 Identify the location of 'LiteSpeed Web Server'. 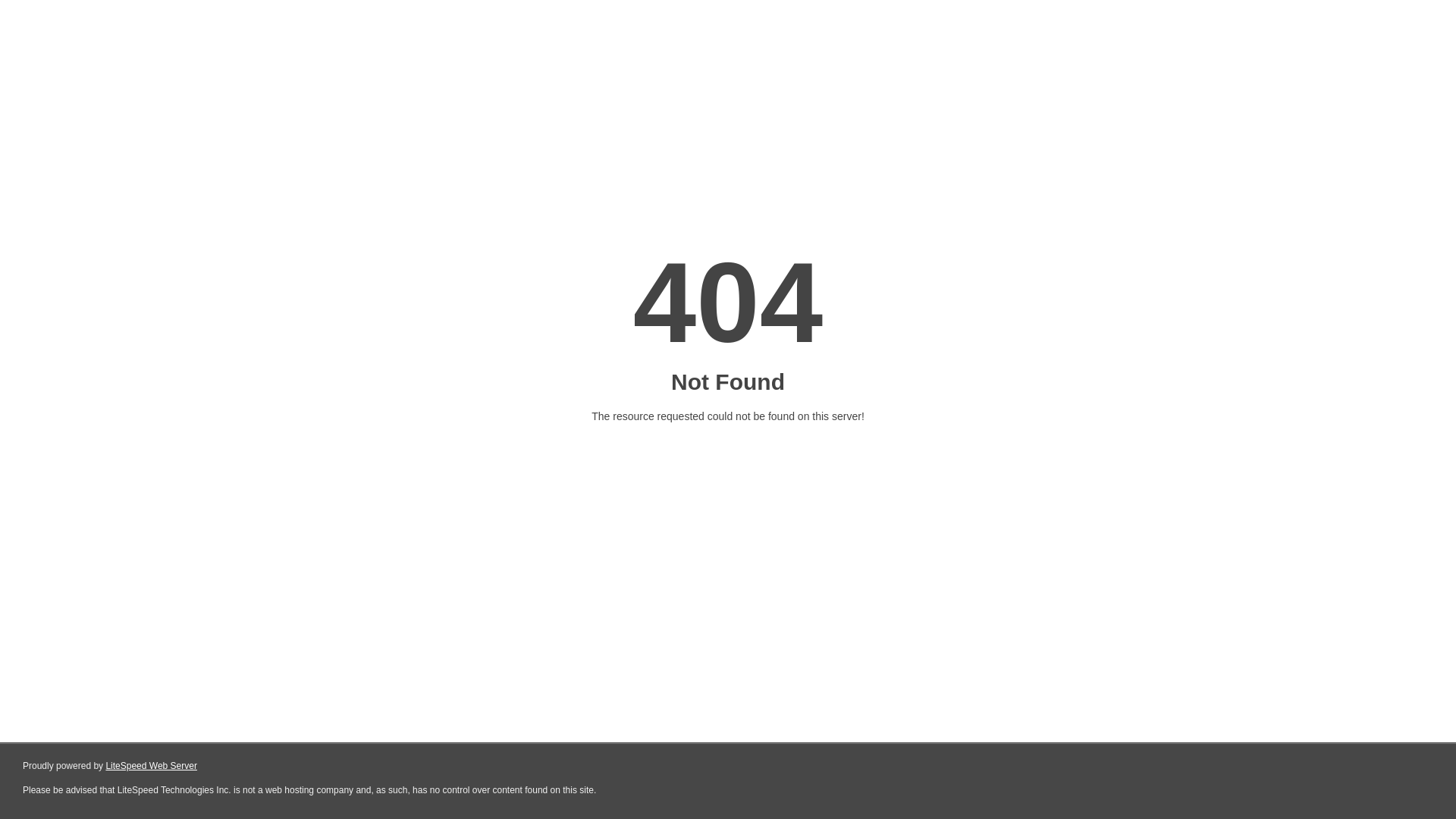
(151, 766).